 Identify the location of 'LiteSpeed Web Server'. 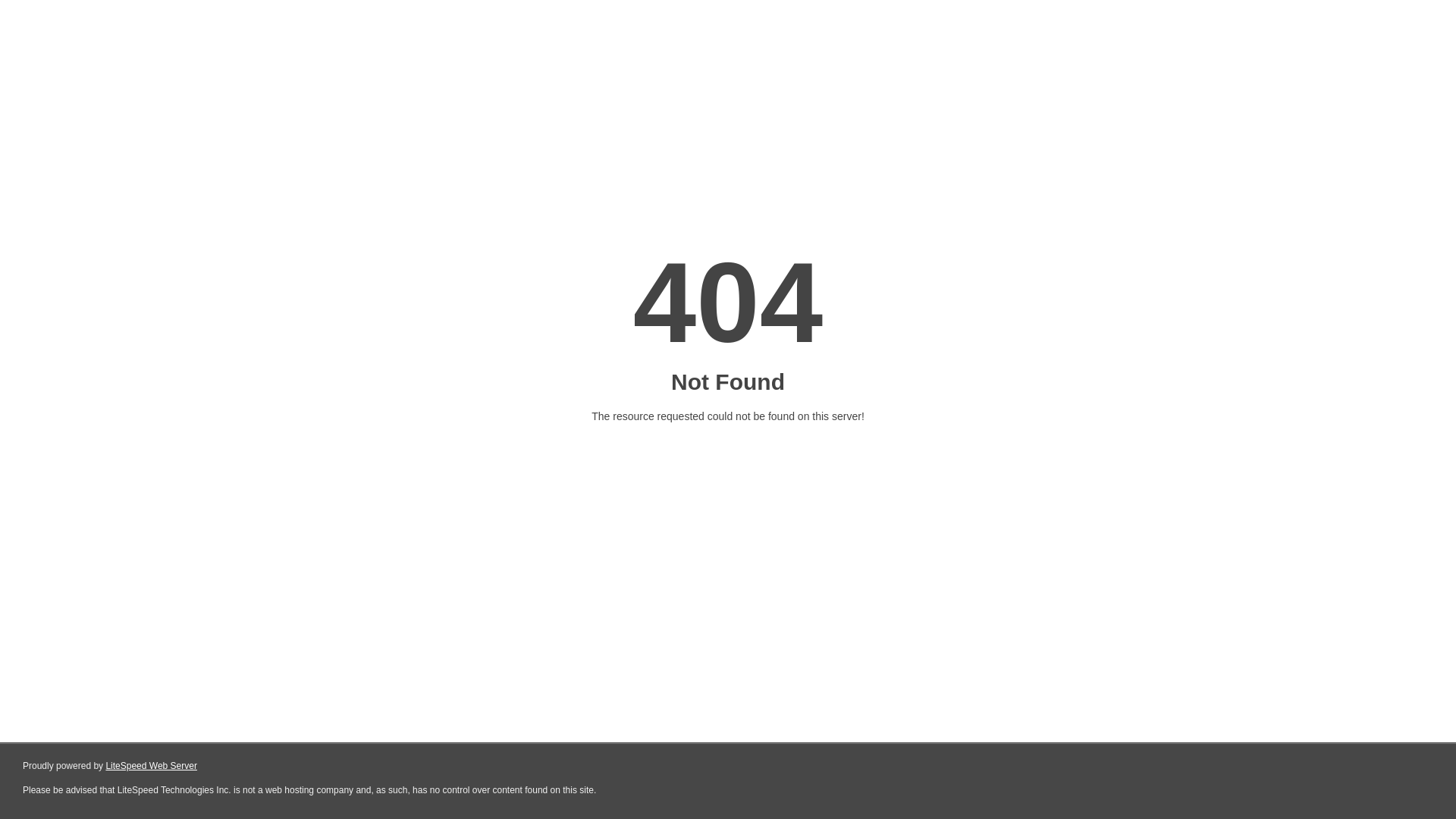
(151, 766).